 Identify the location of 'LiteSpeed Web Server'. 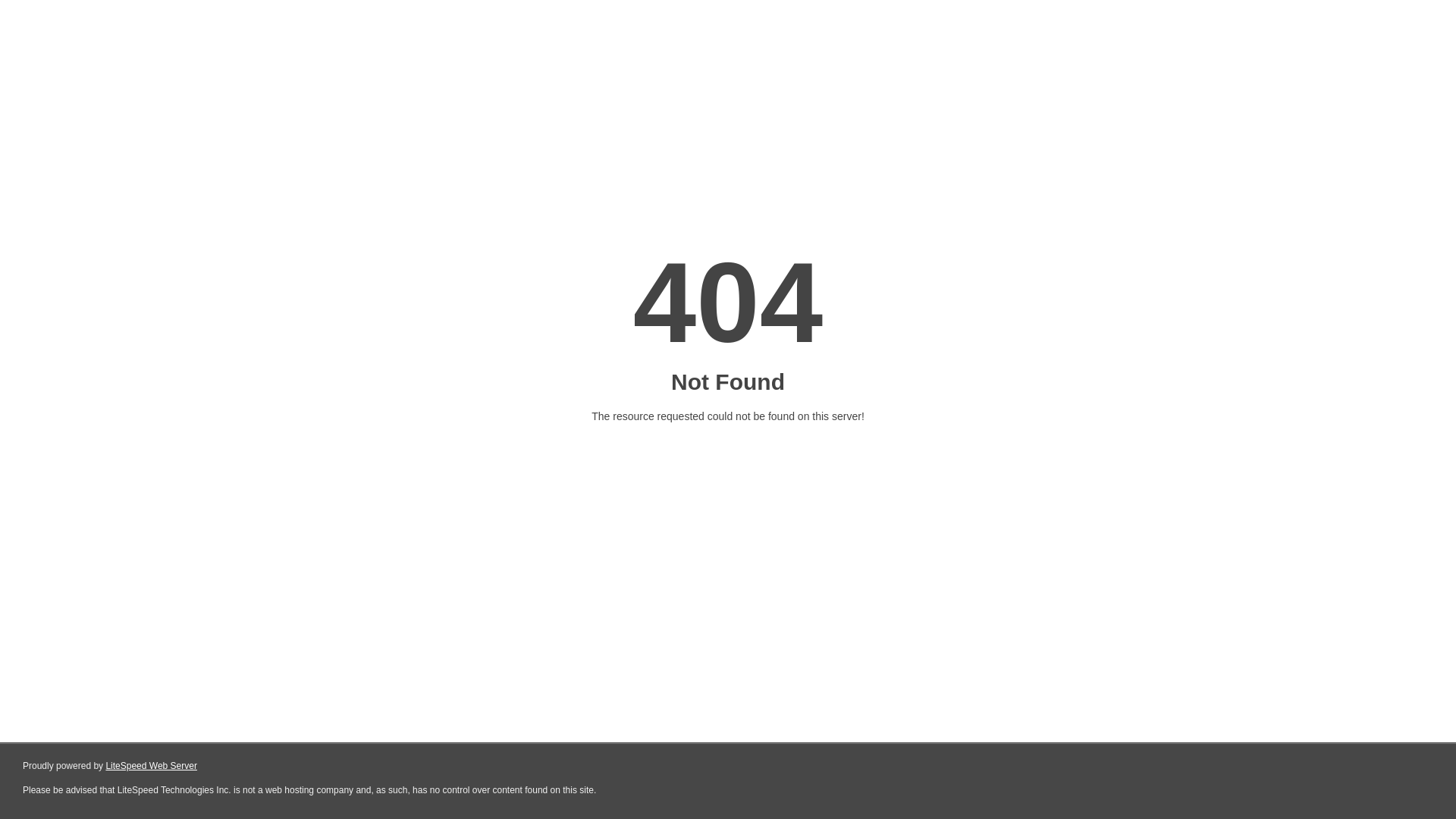
(151, 766).